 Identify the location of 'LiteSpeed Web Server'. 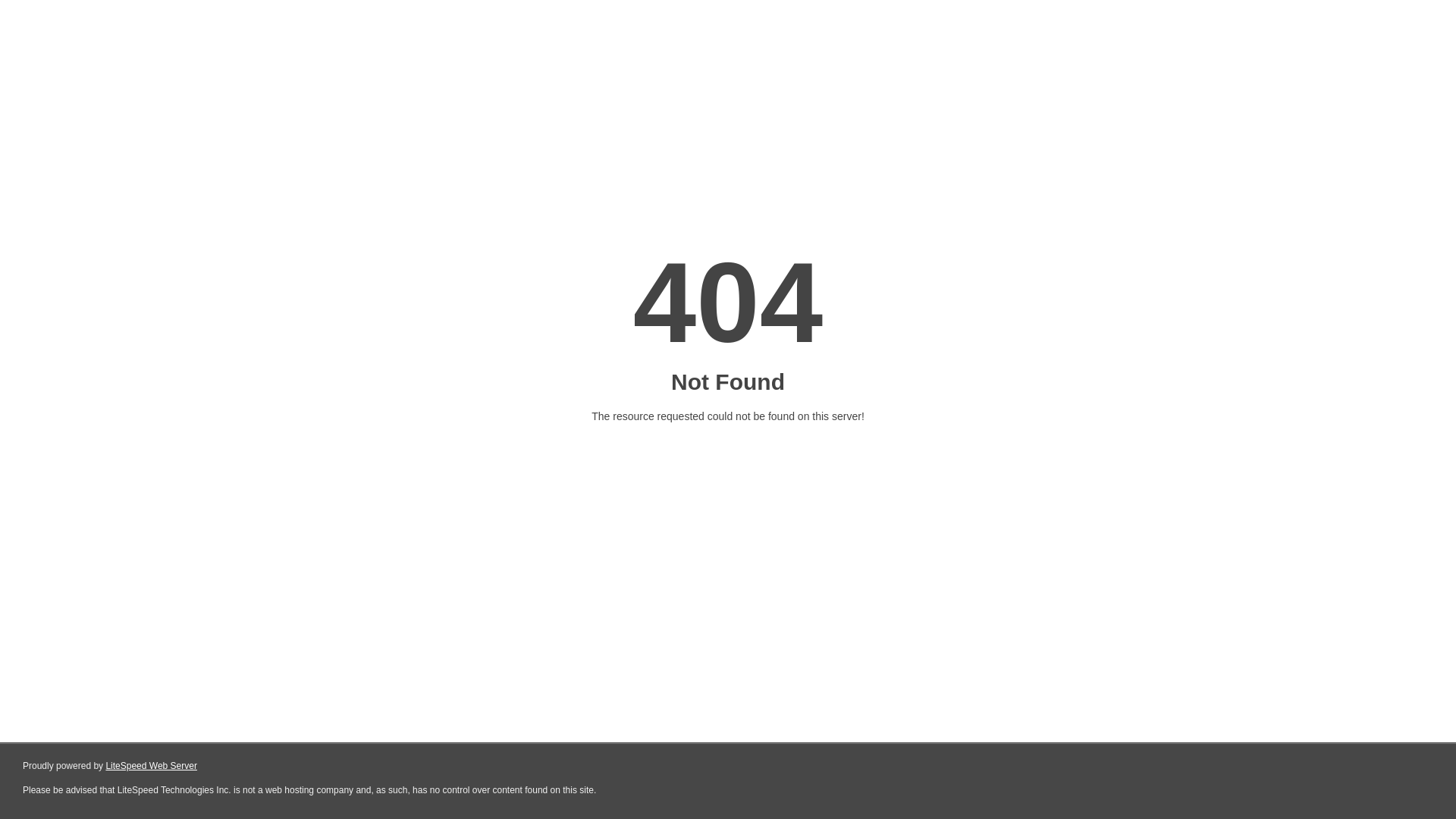
(151, 766).